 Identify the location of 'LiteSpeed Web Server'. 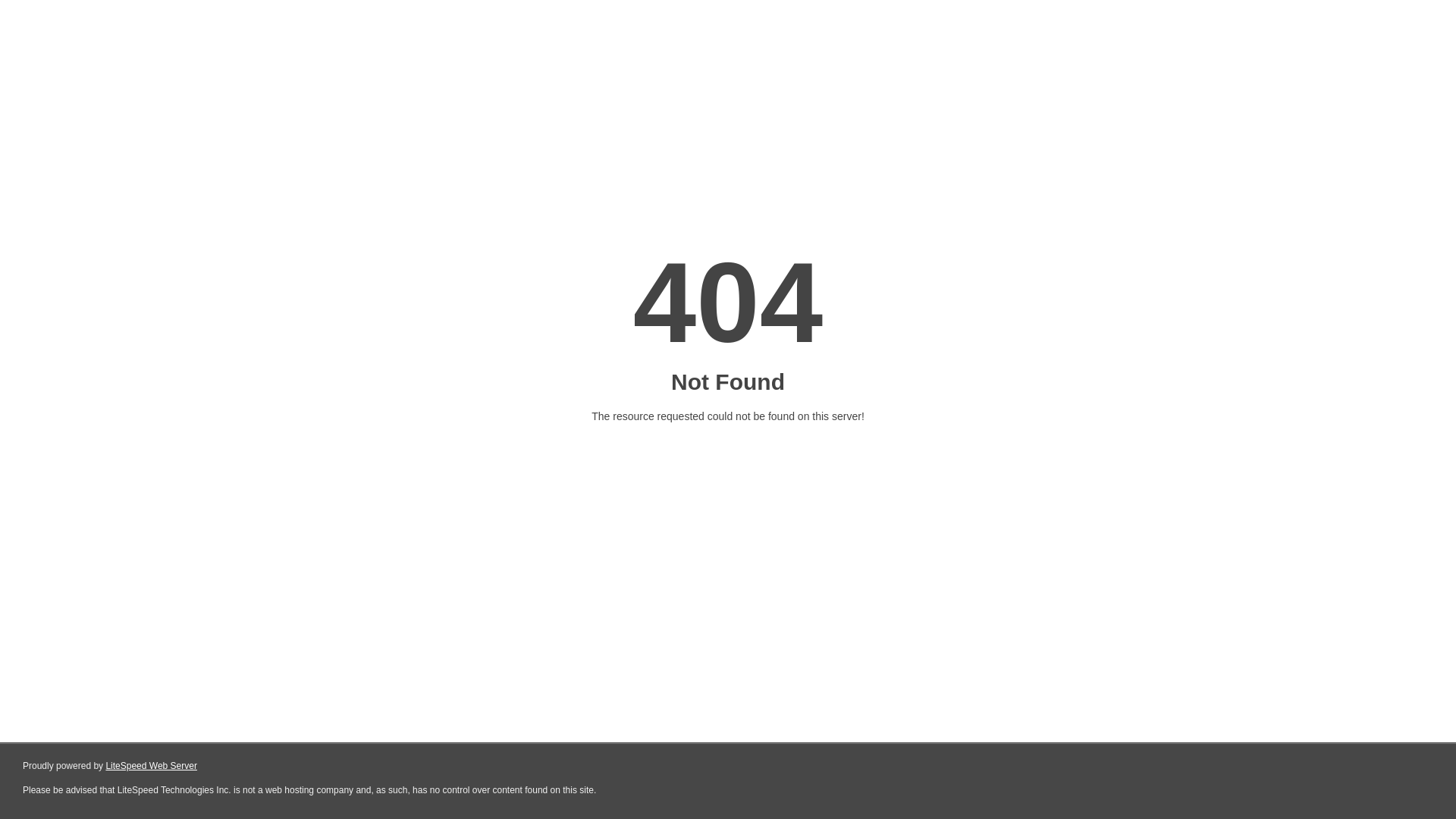
(151, 766).